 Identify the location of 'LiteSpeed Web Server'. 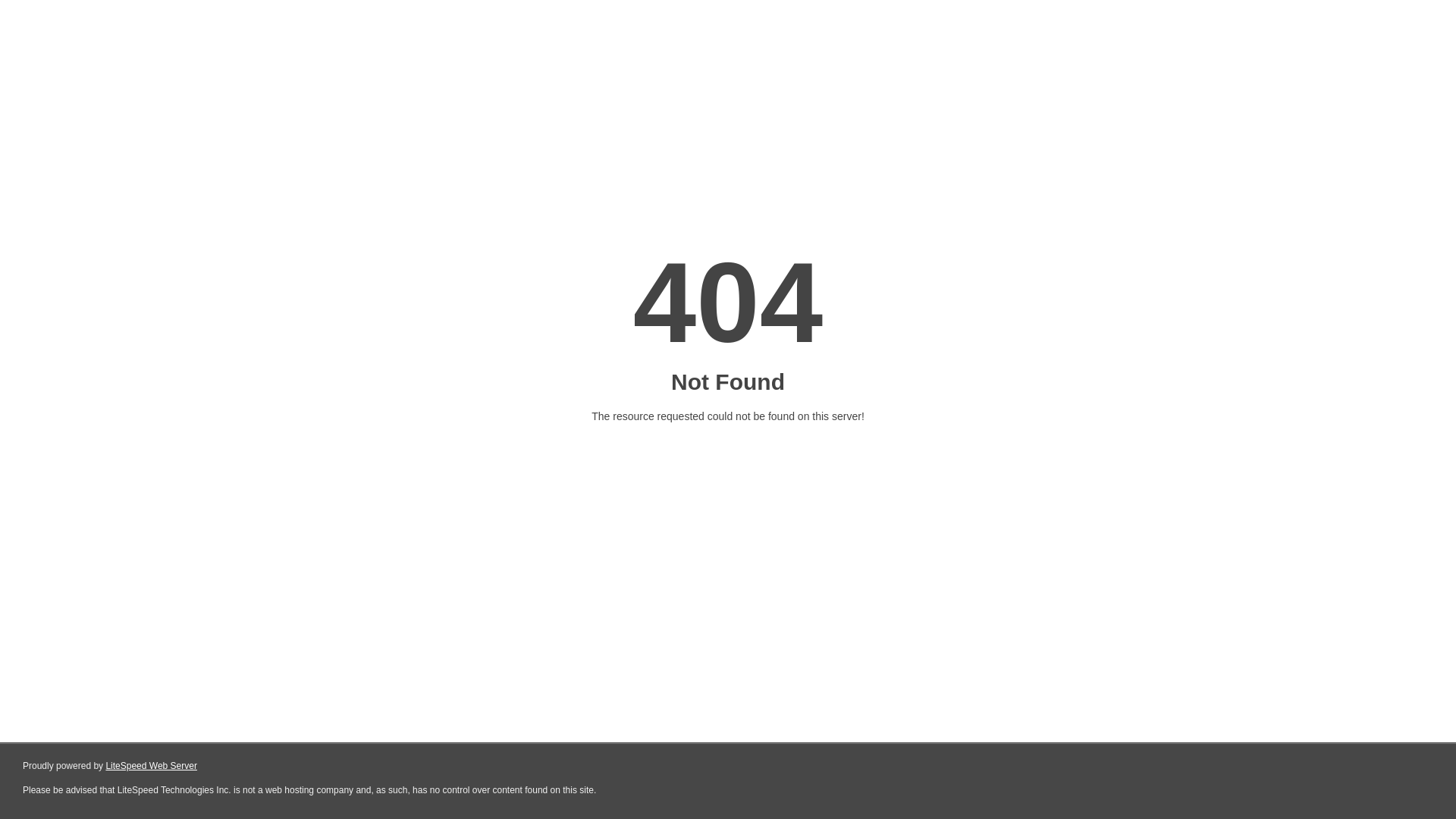
(151, 766).